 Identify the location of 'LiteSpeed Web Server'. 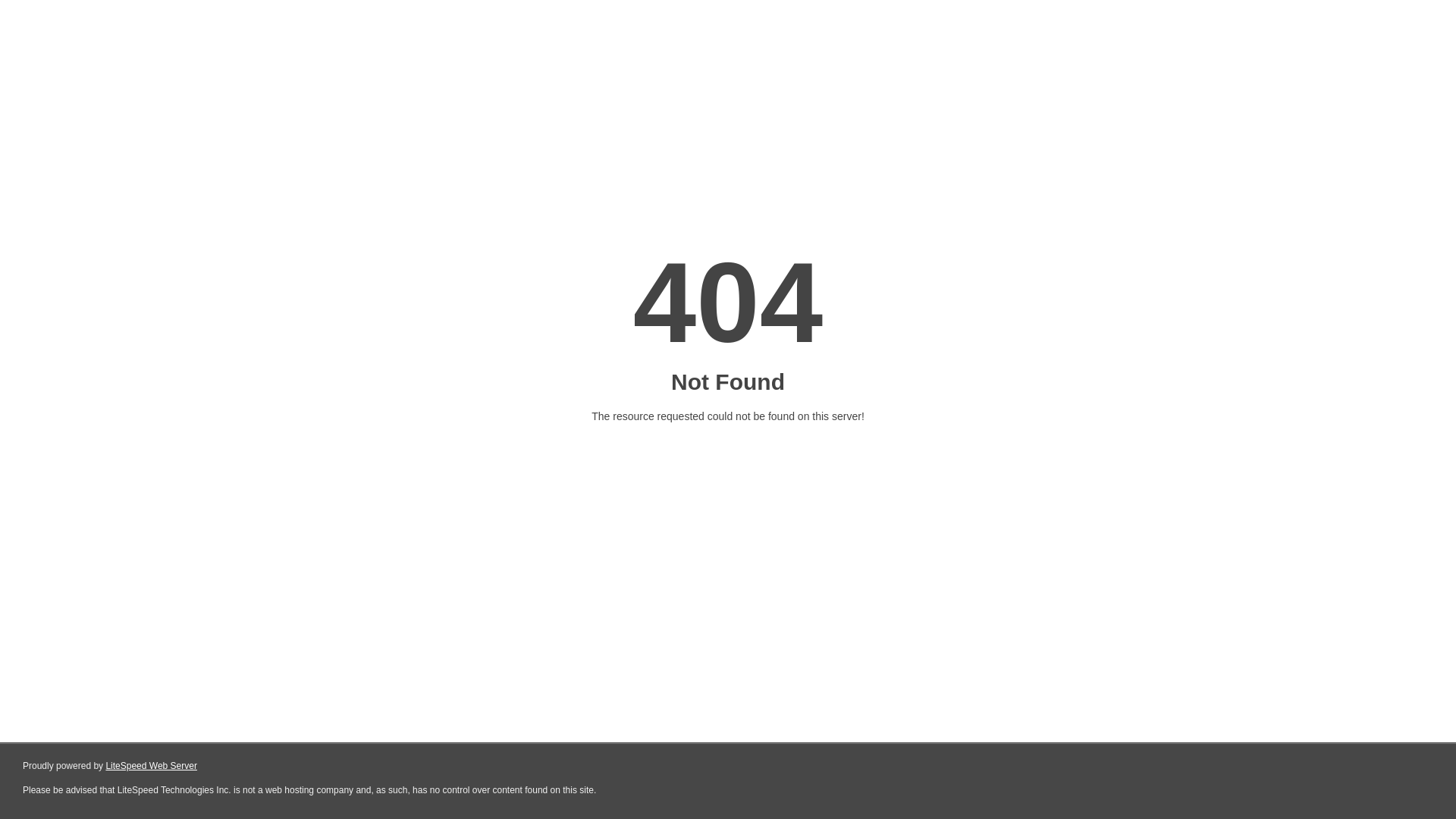
(151, 766).